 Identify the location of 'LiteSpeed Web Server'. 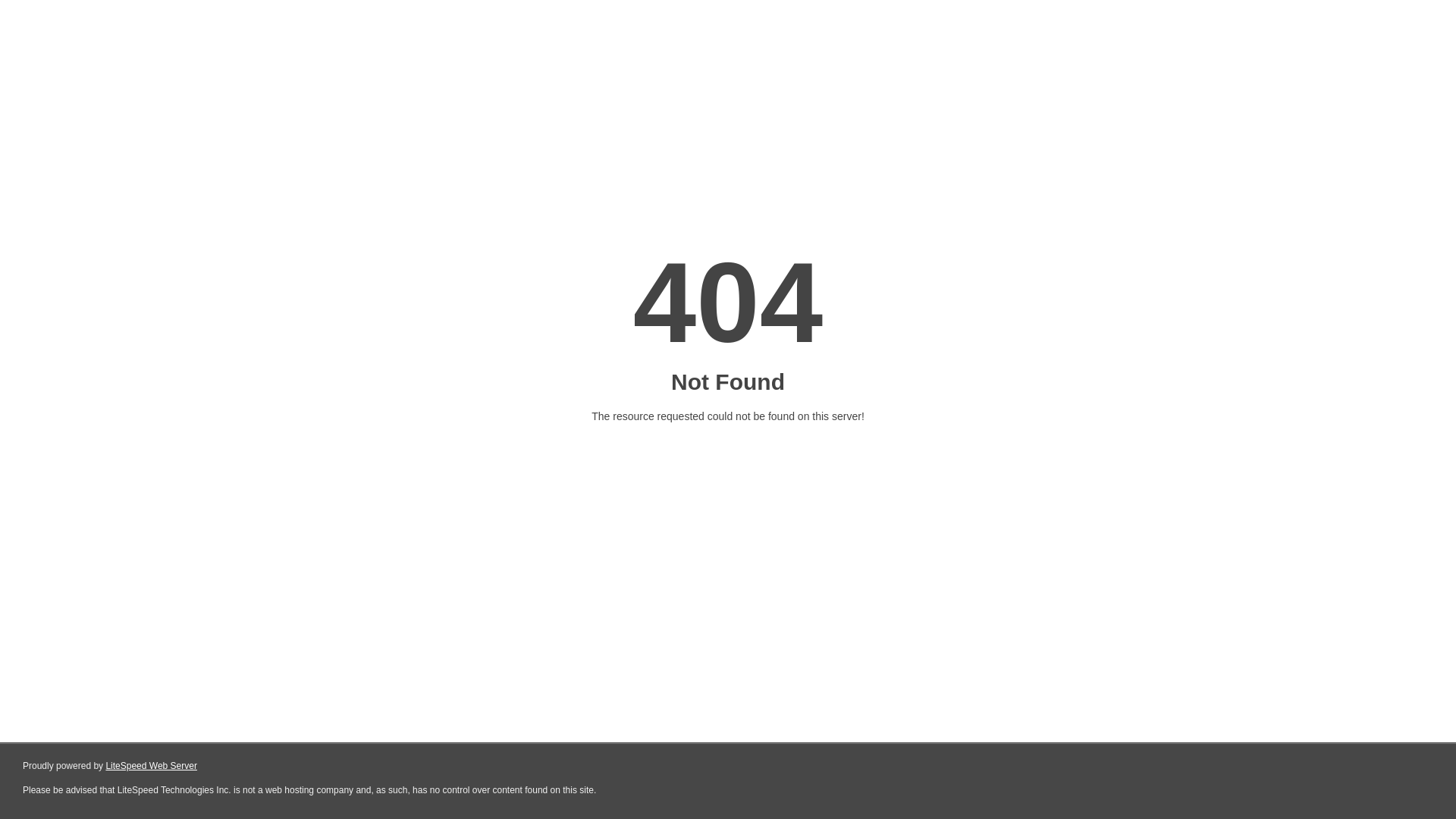
(151, 766).